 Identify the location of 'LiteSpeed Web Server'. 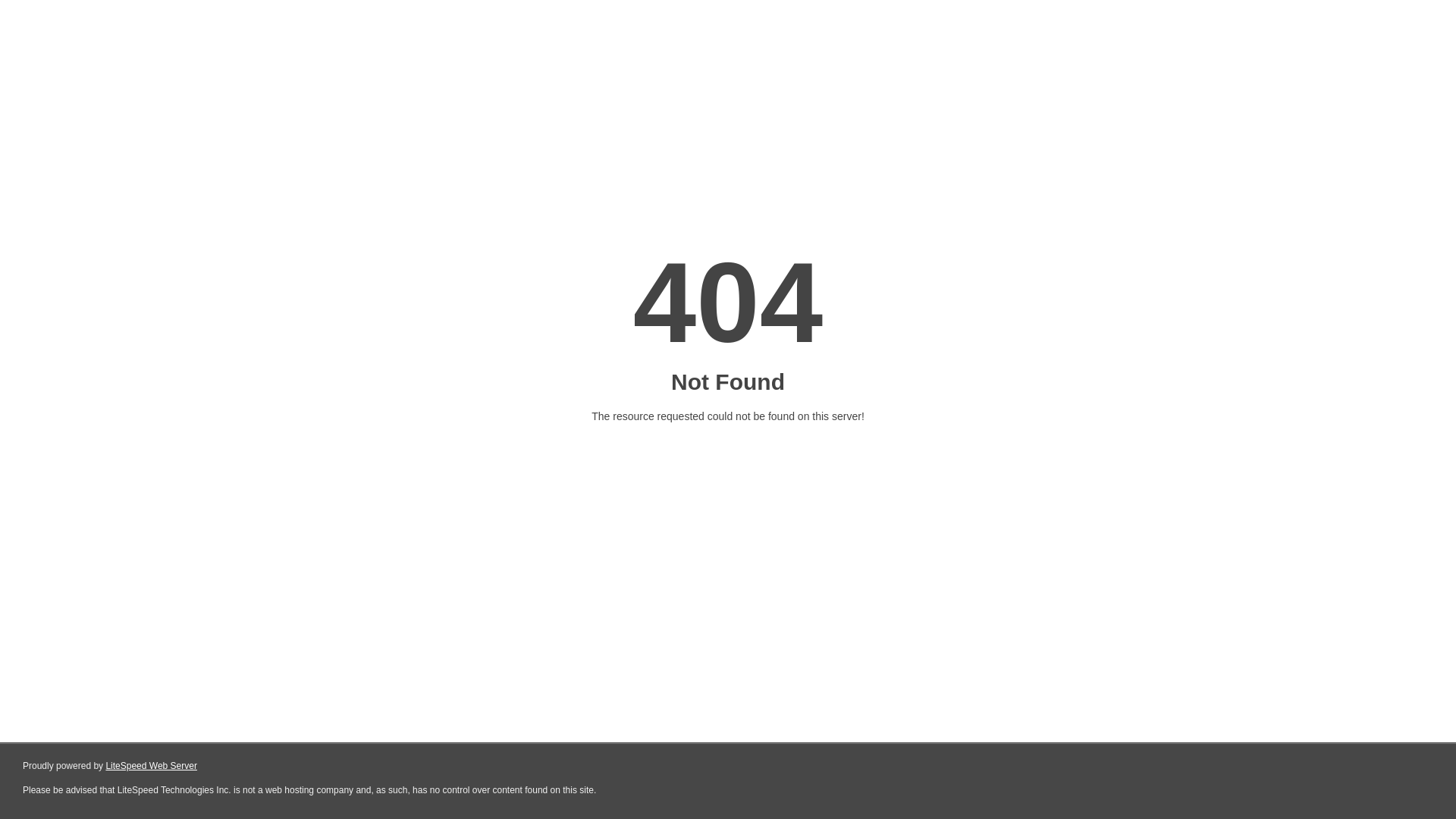
(151, 766).